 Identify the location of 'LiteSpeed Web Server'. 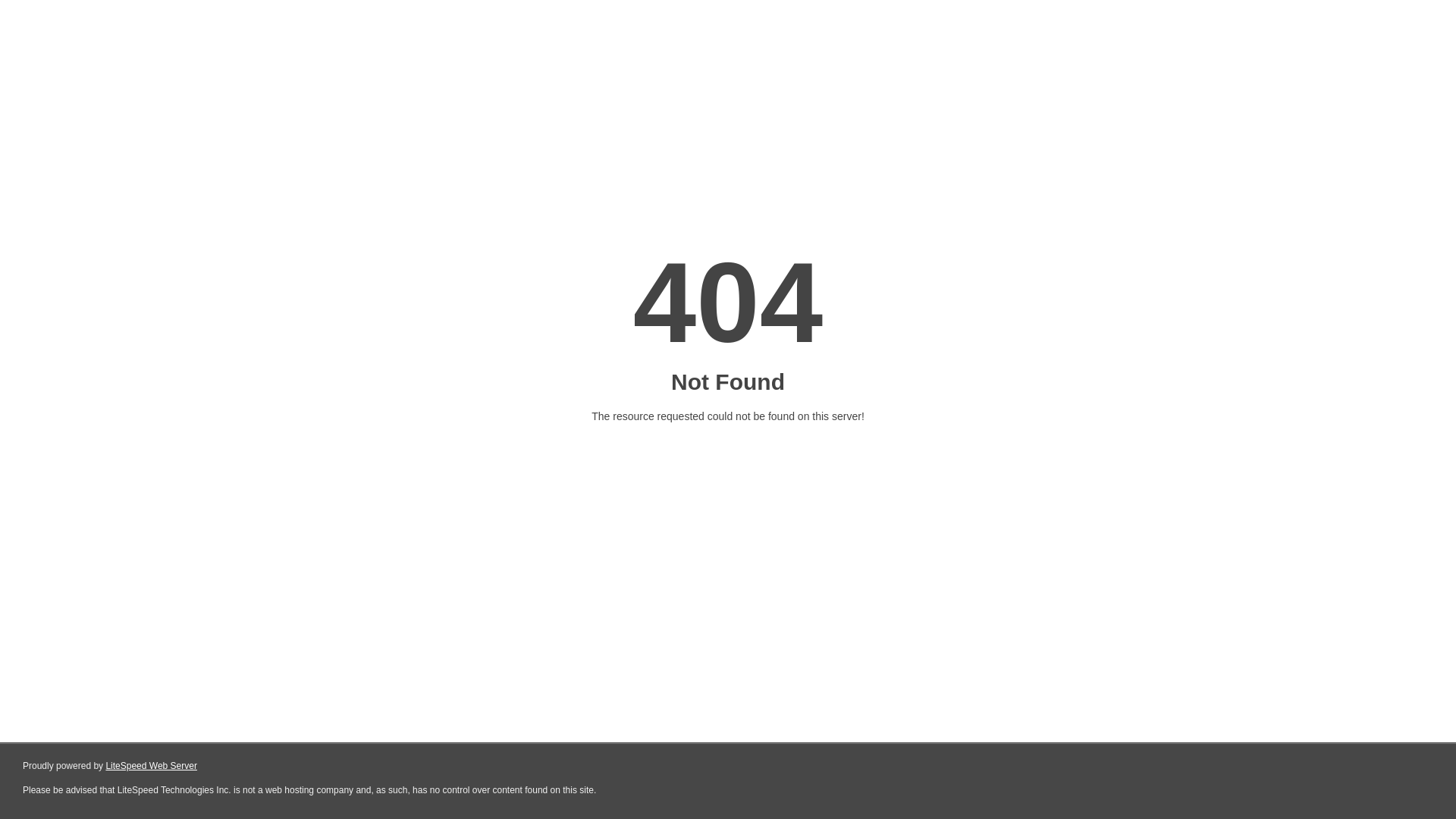
(151, 766).